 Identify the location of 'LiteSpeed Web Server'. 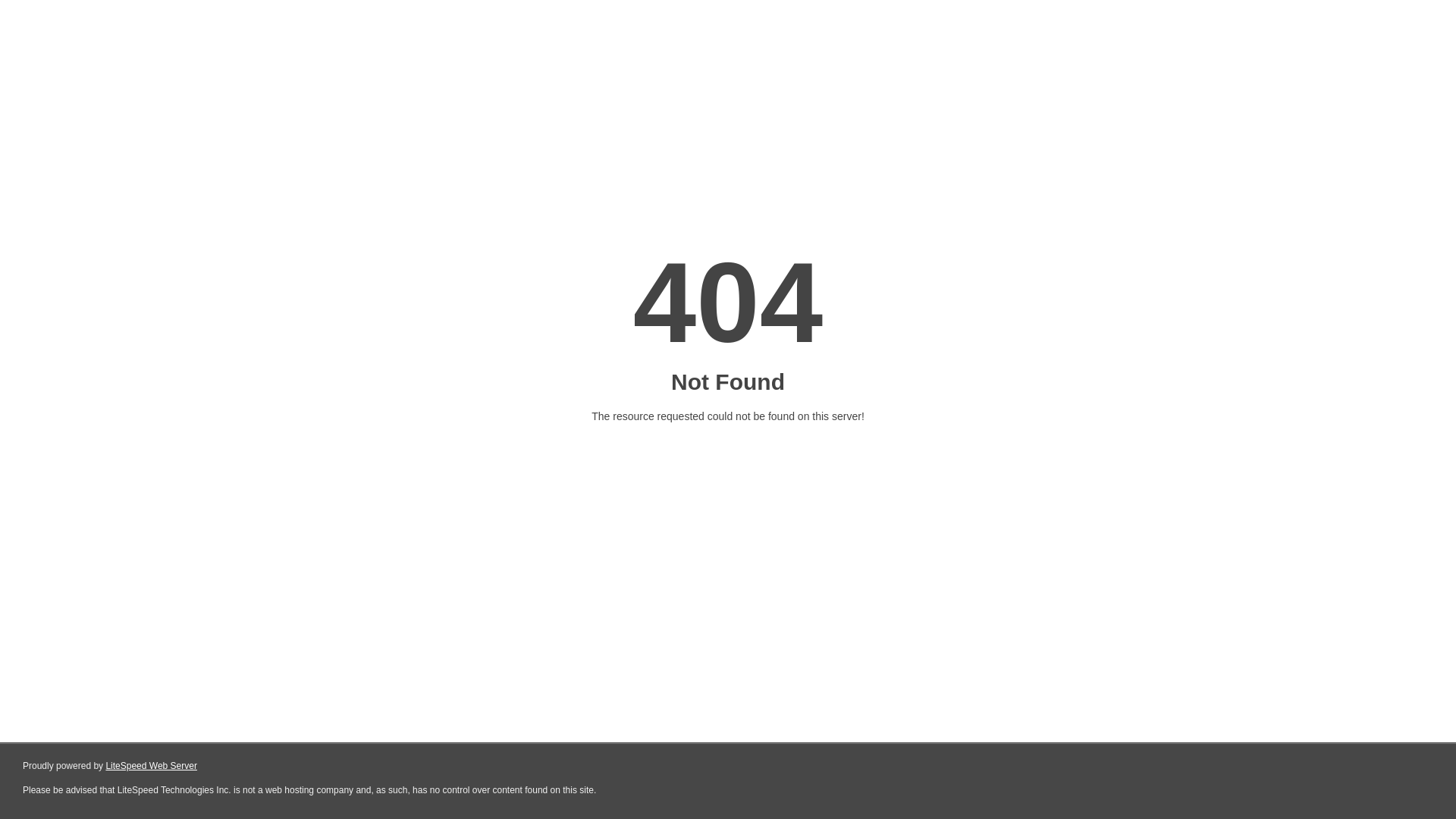
(151, 766).